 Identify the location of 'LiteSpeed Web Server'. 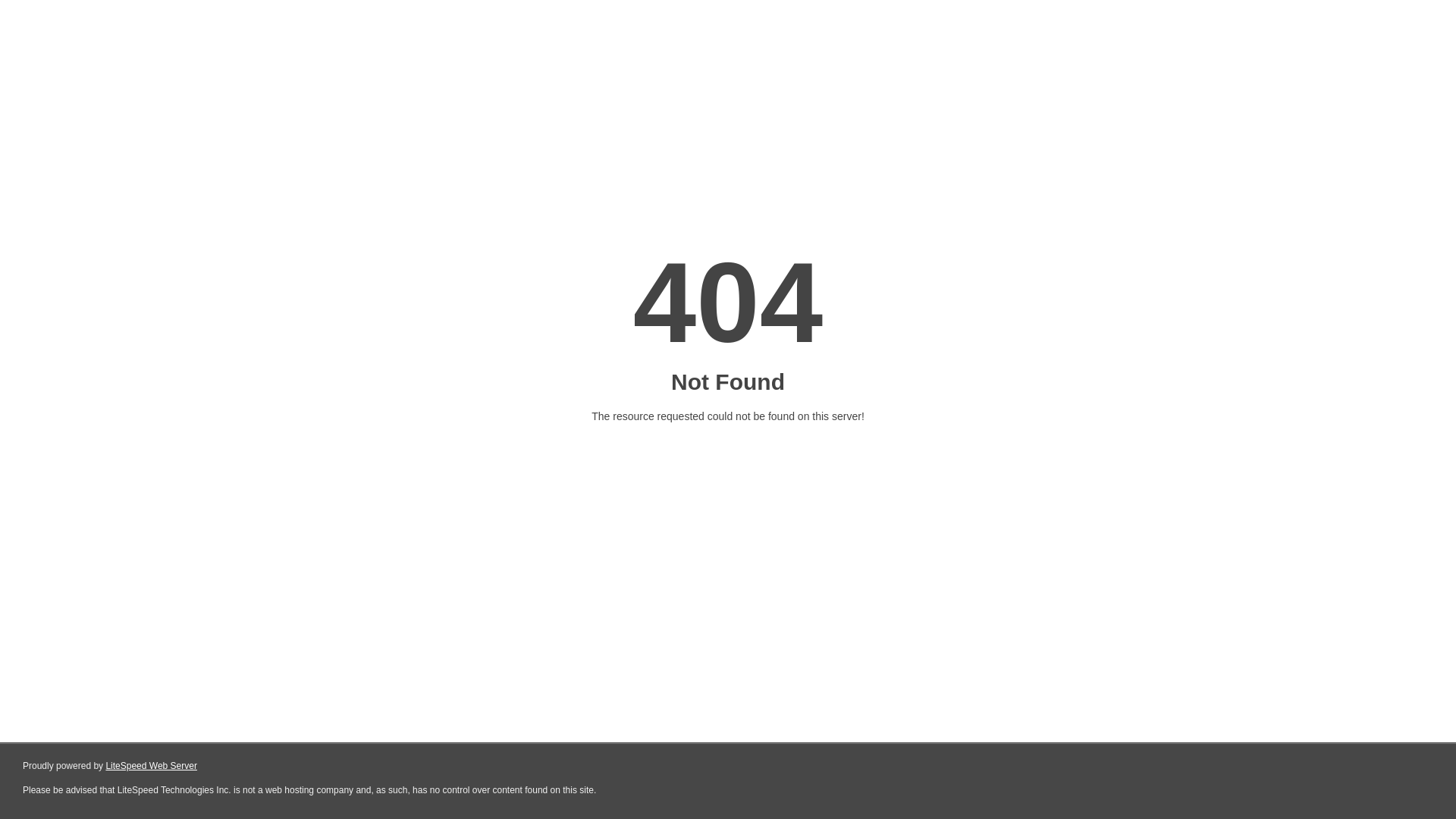
(151, 766).